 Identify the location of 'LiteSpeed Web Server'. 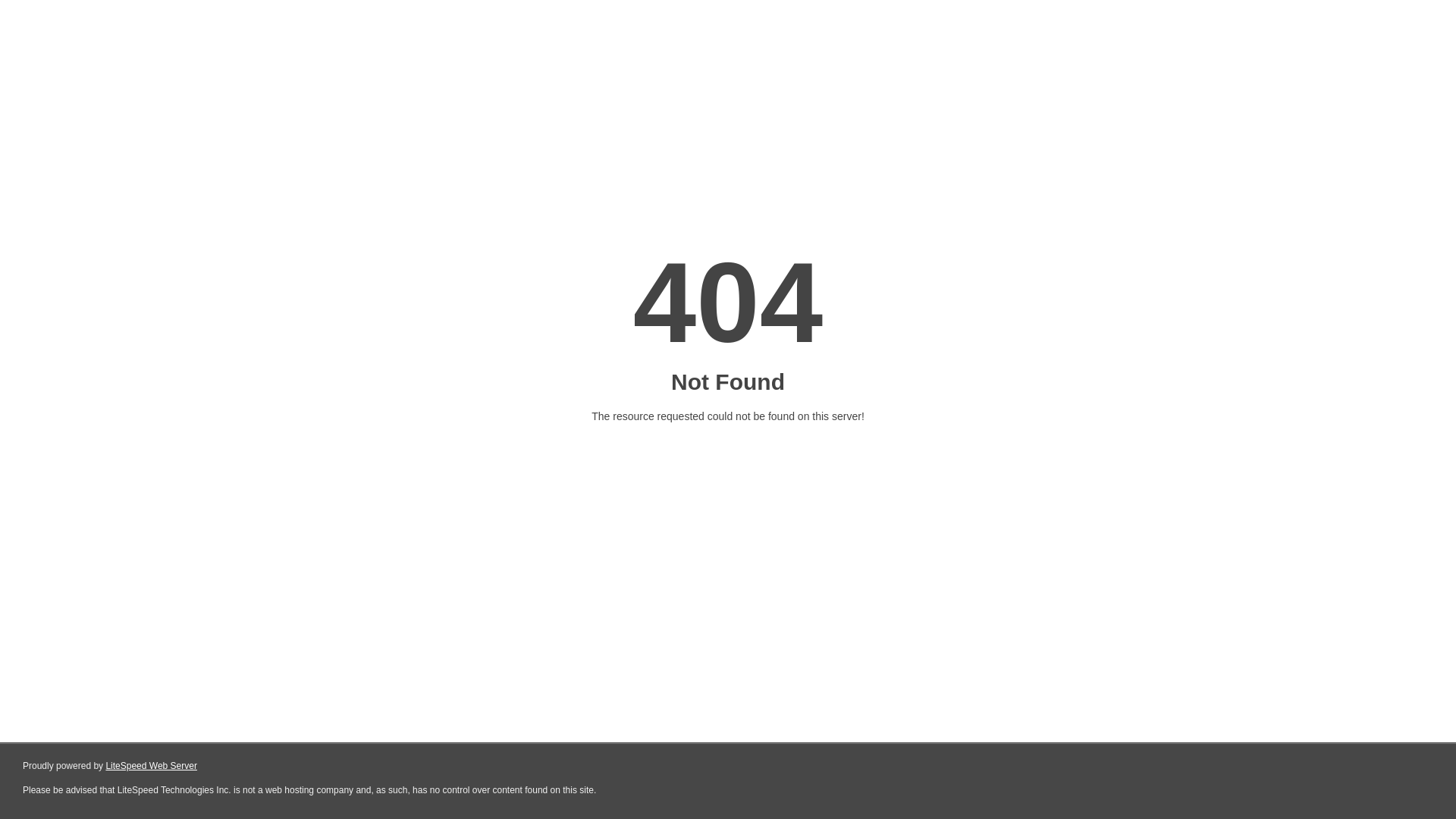
(151, 766).